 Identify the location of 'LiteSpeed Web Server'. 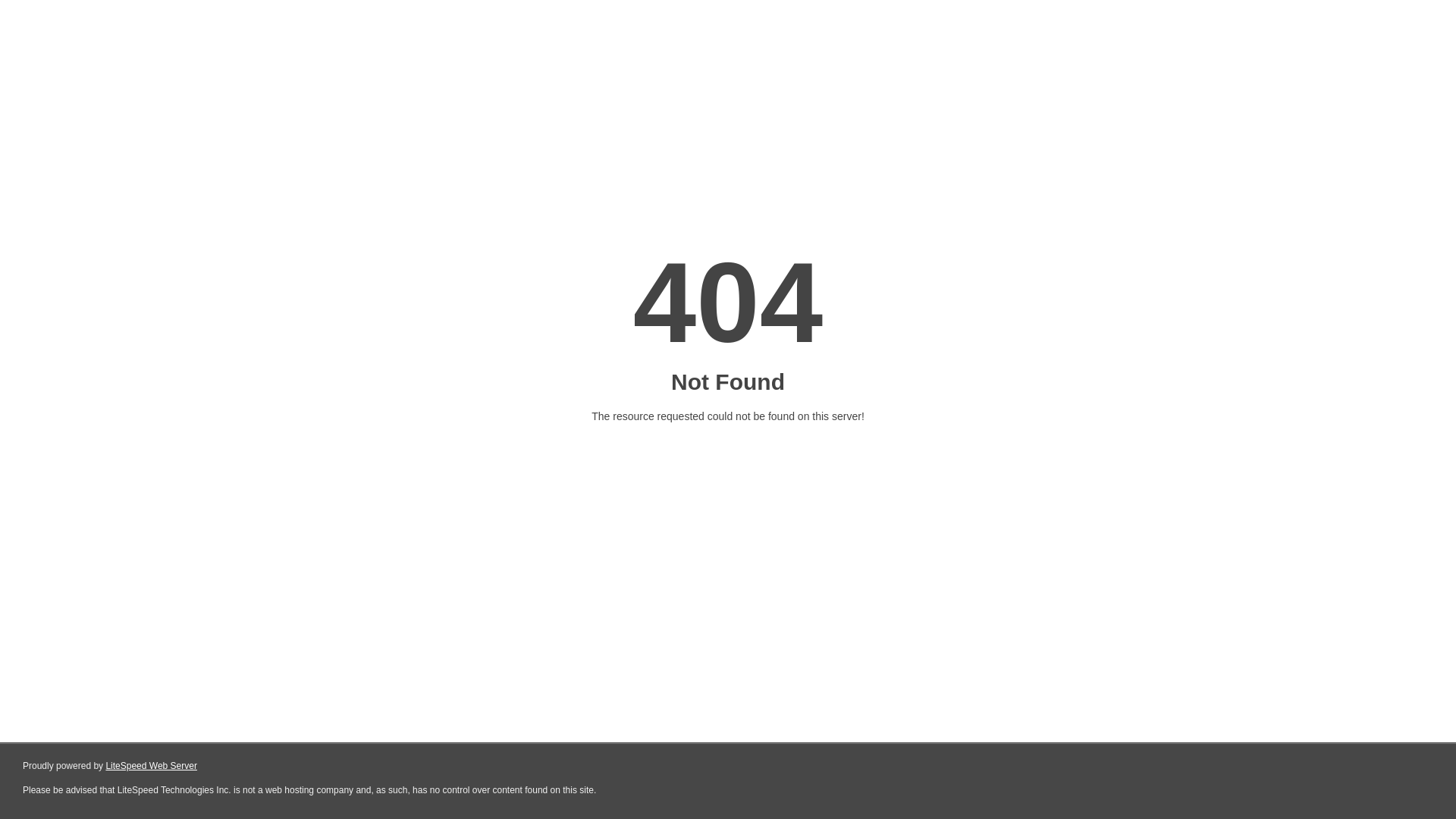
(151, 766).